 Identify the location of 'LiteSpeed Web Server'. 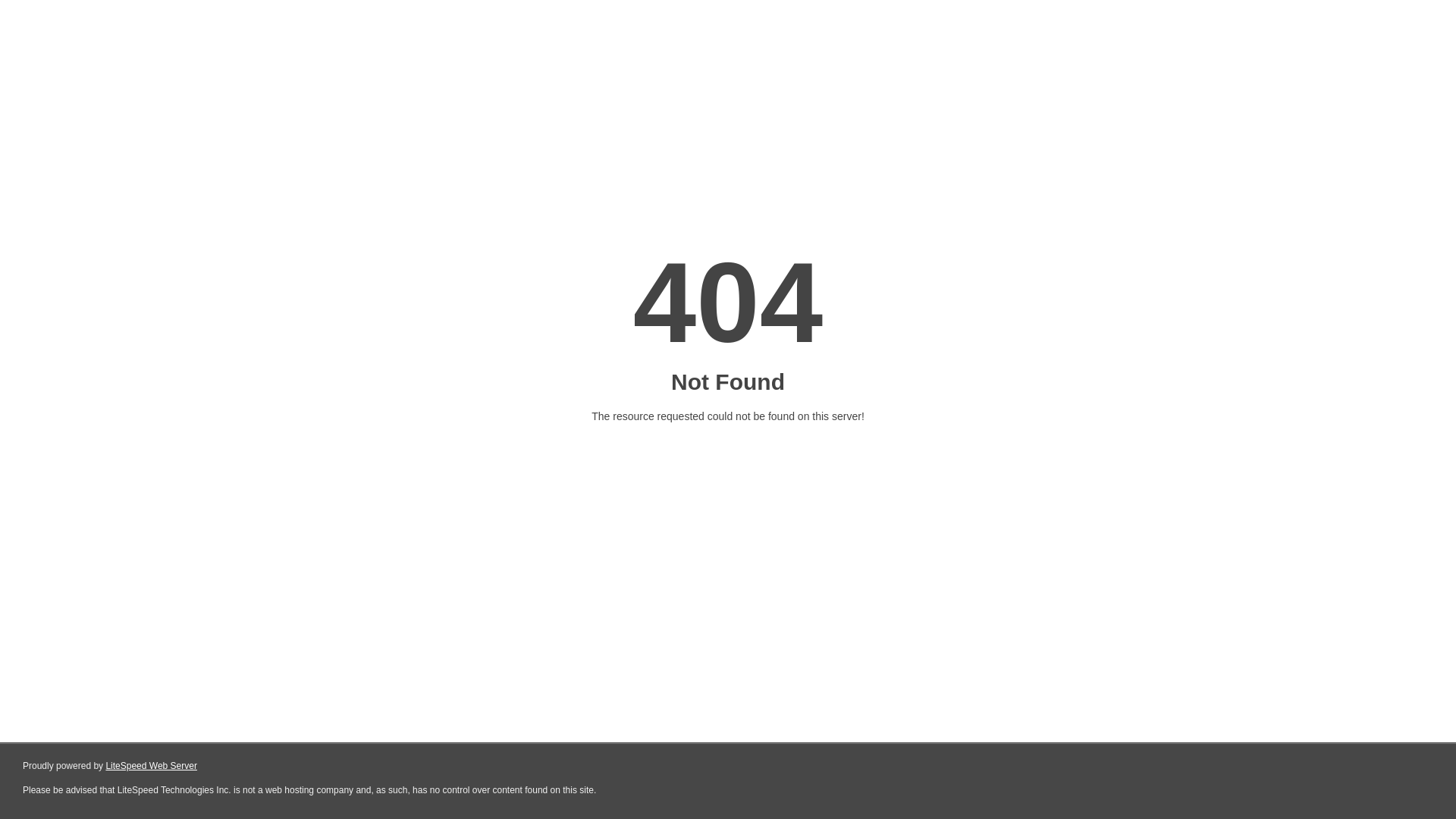
(151, 766).